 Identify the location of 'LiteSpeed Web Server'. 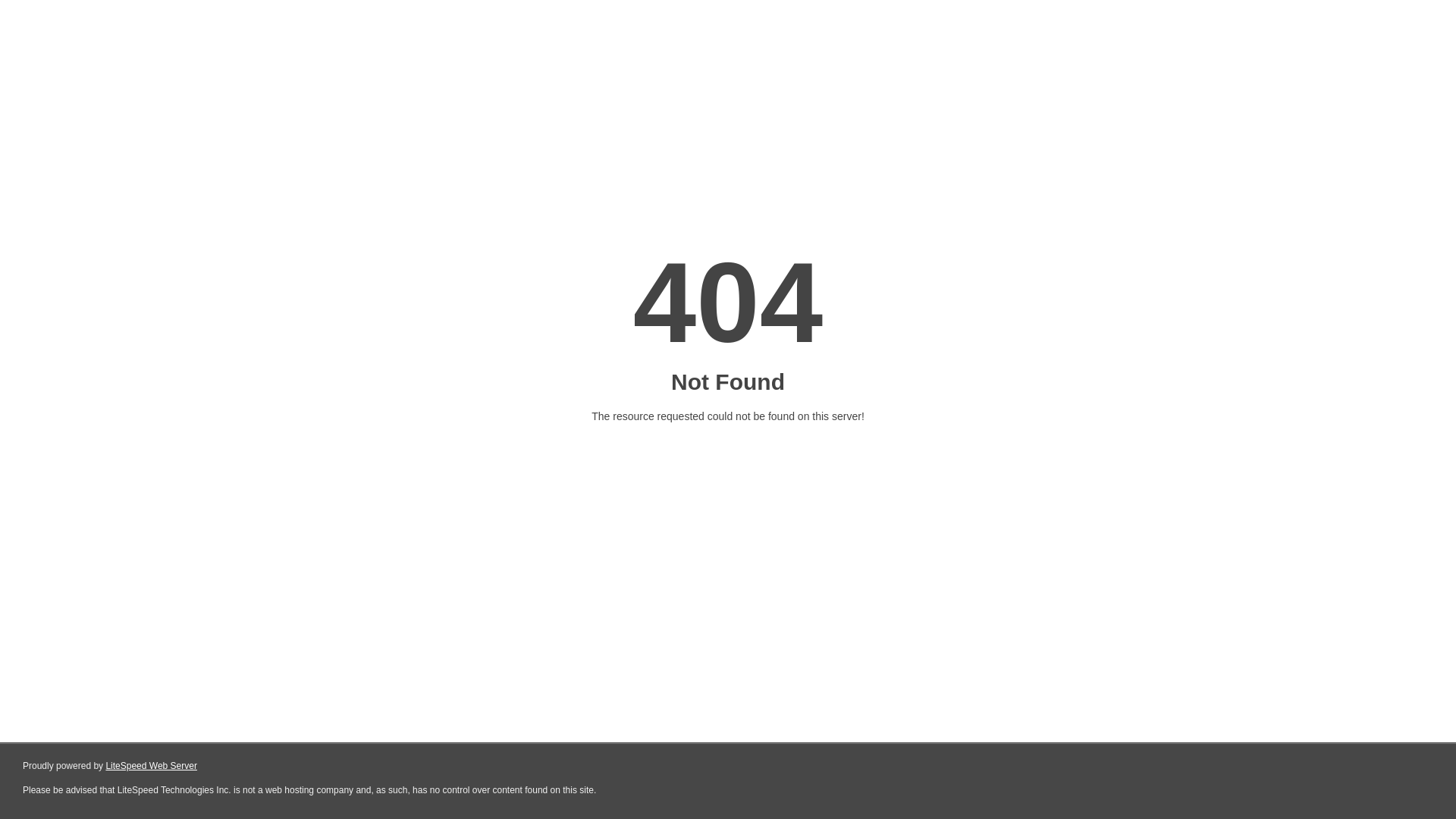
(151, 766).